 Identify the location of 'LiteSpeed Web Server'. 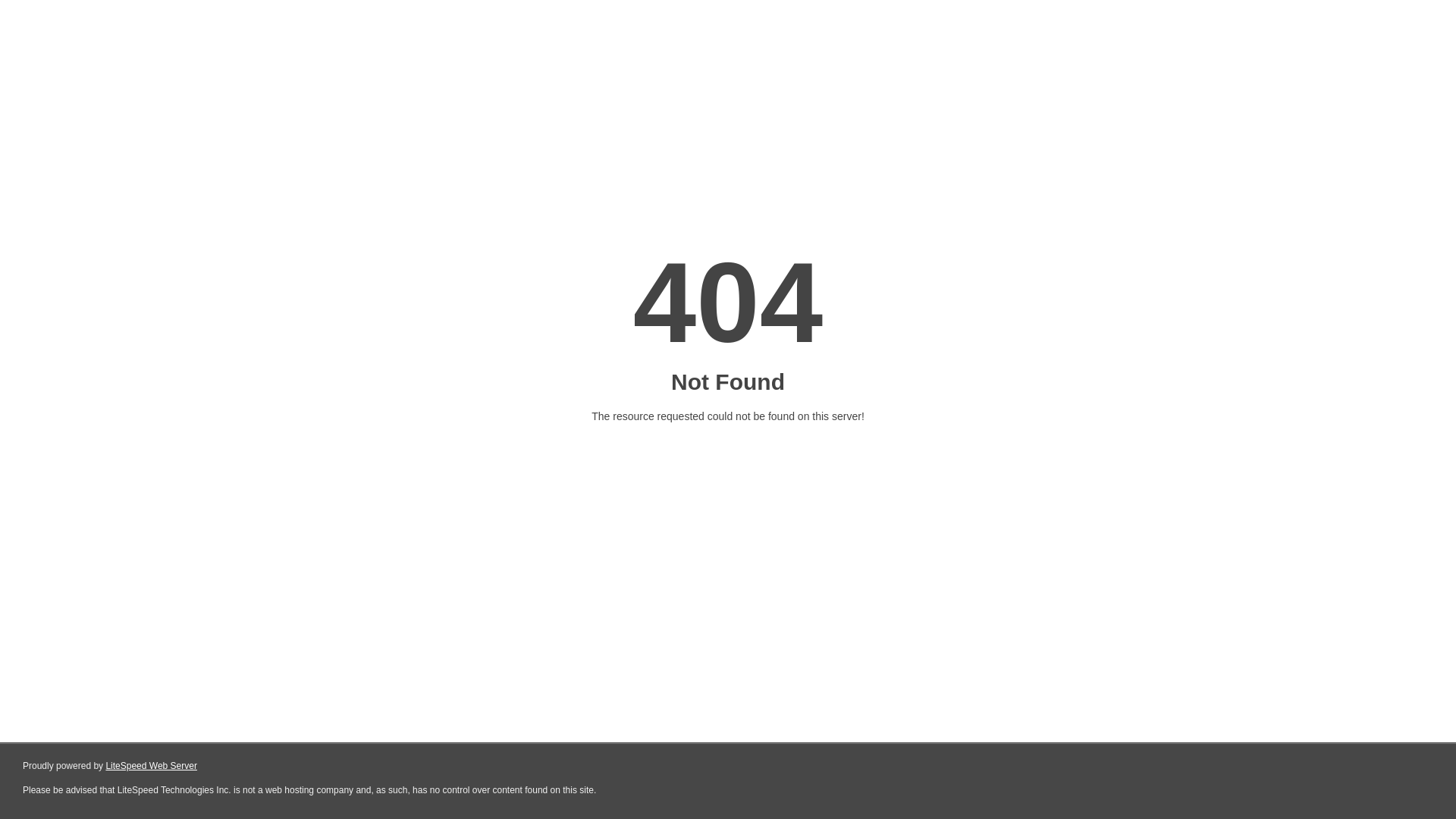
(151, 766).